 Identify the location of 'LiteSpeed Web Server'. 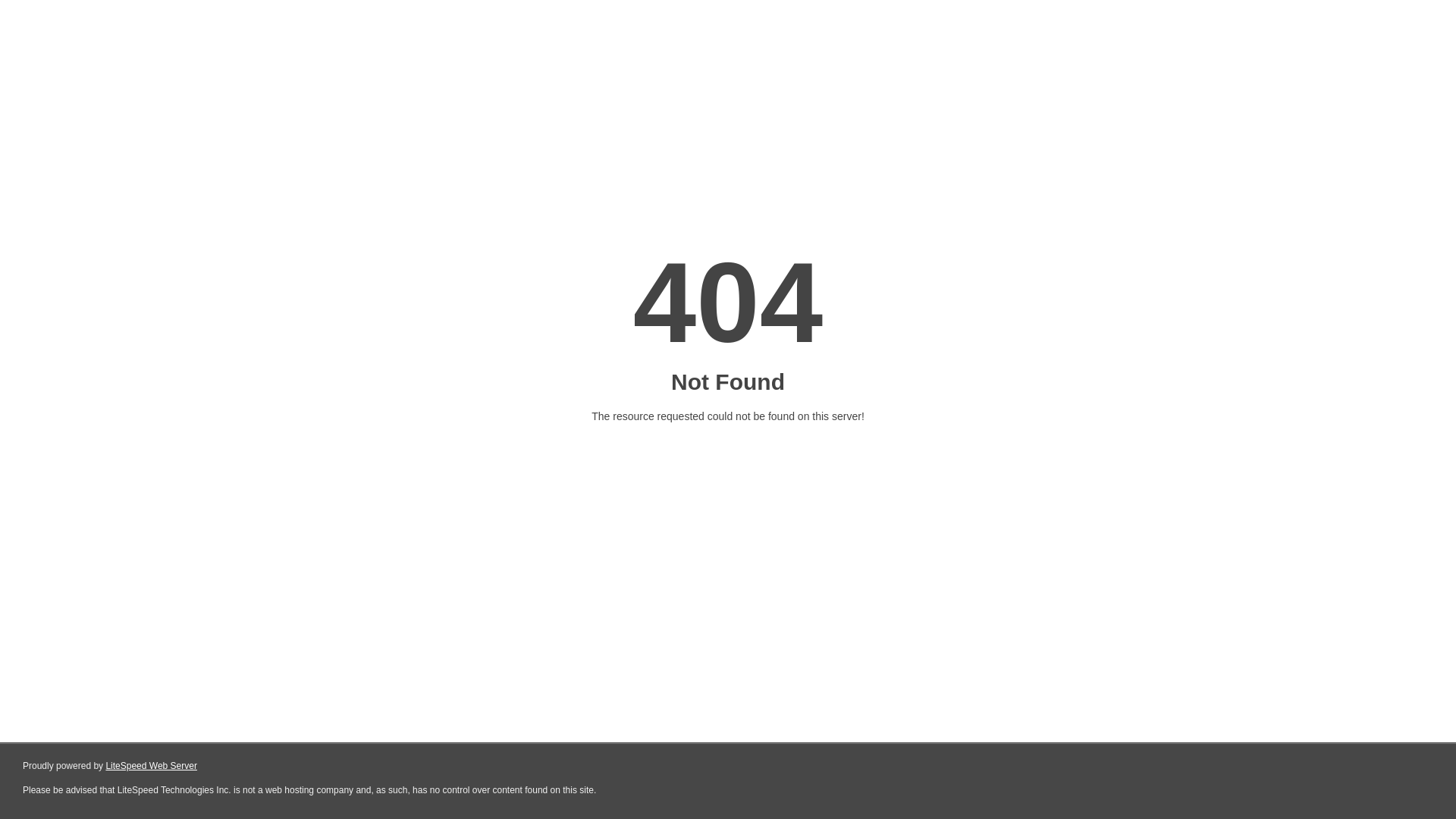
(151, 766).